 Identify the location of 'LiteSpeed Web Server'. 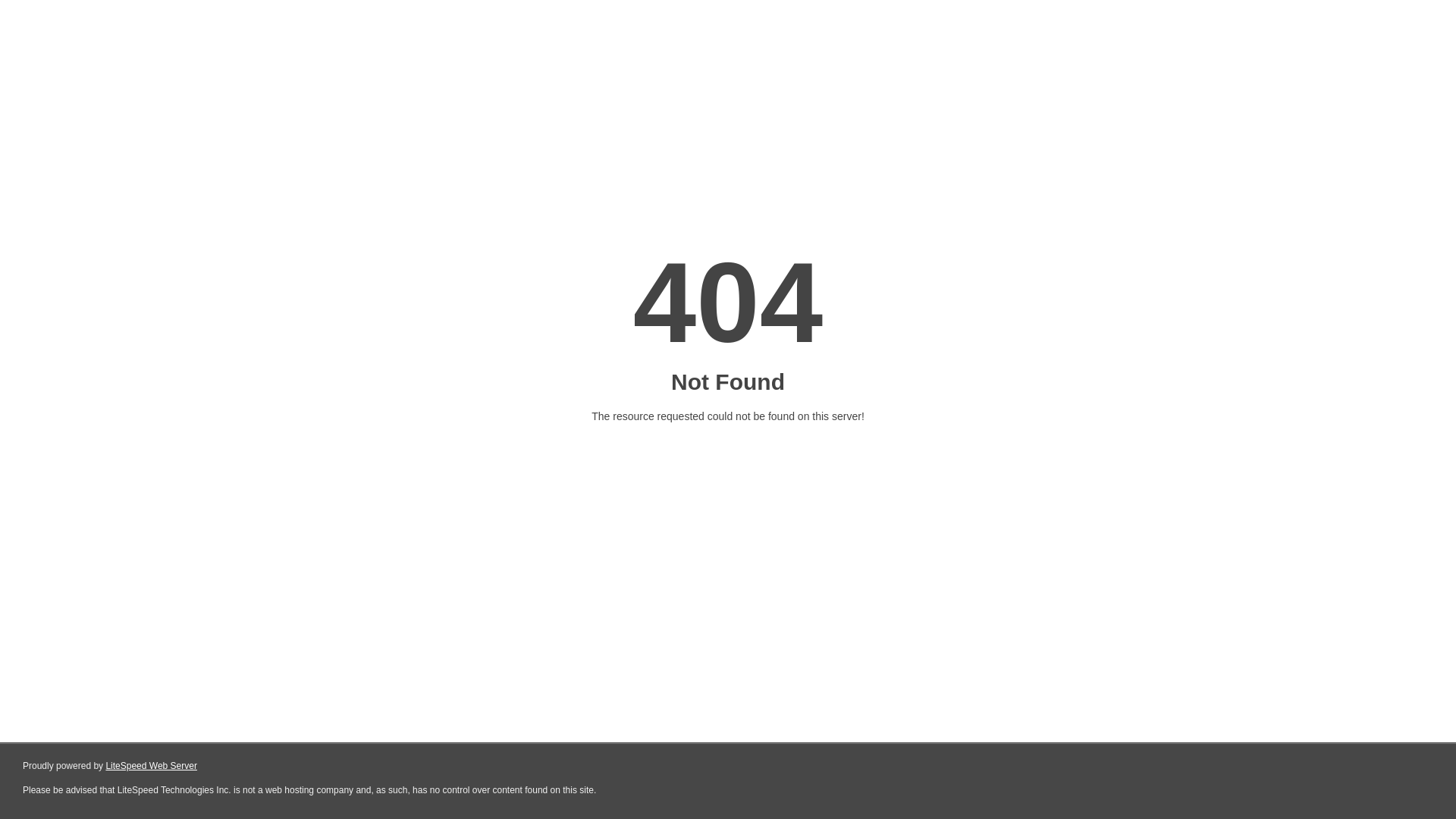
(151, 766).